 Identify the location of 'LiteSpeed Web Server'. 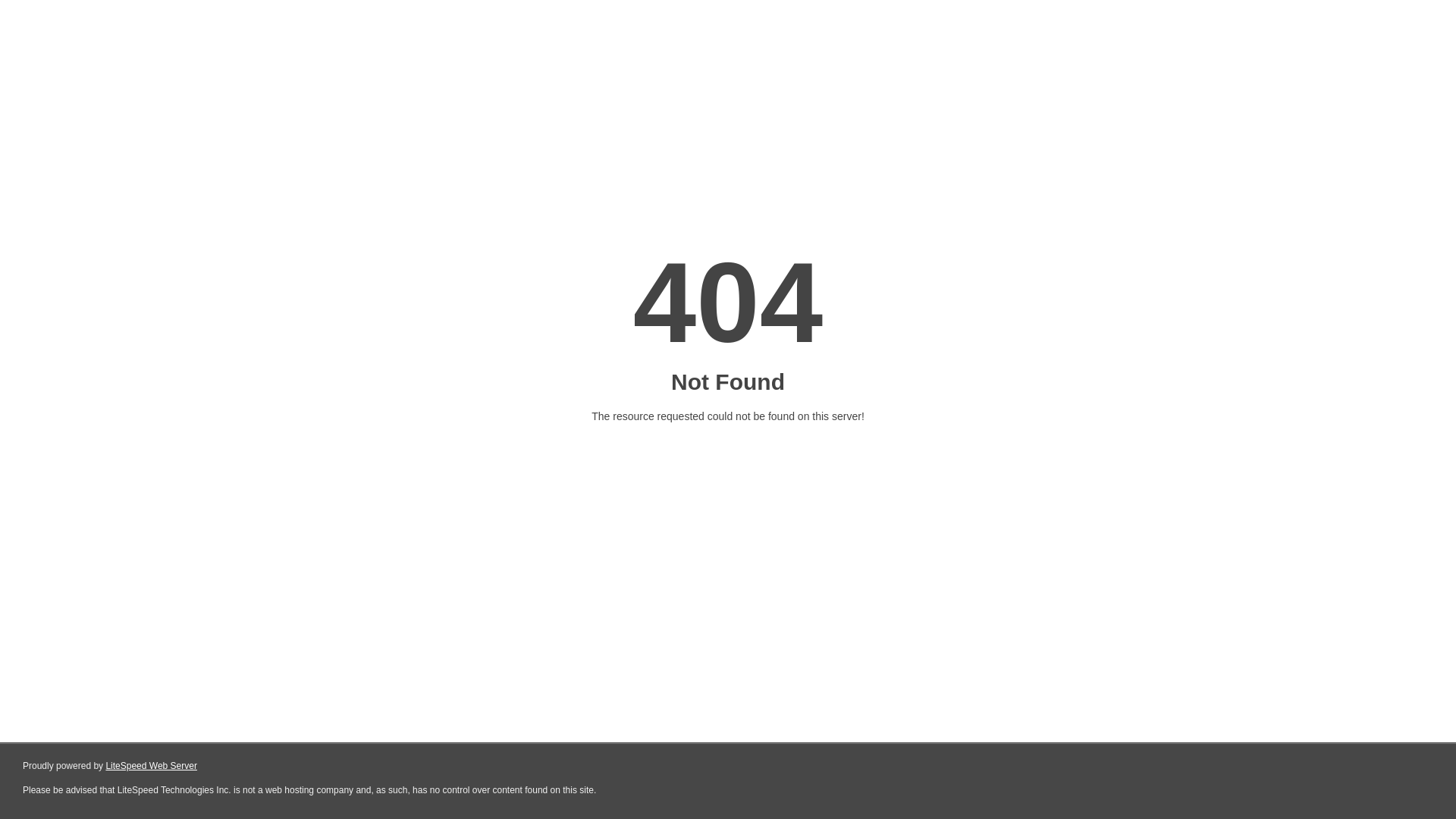
(151, 766).